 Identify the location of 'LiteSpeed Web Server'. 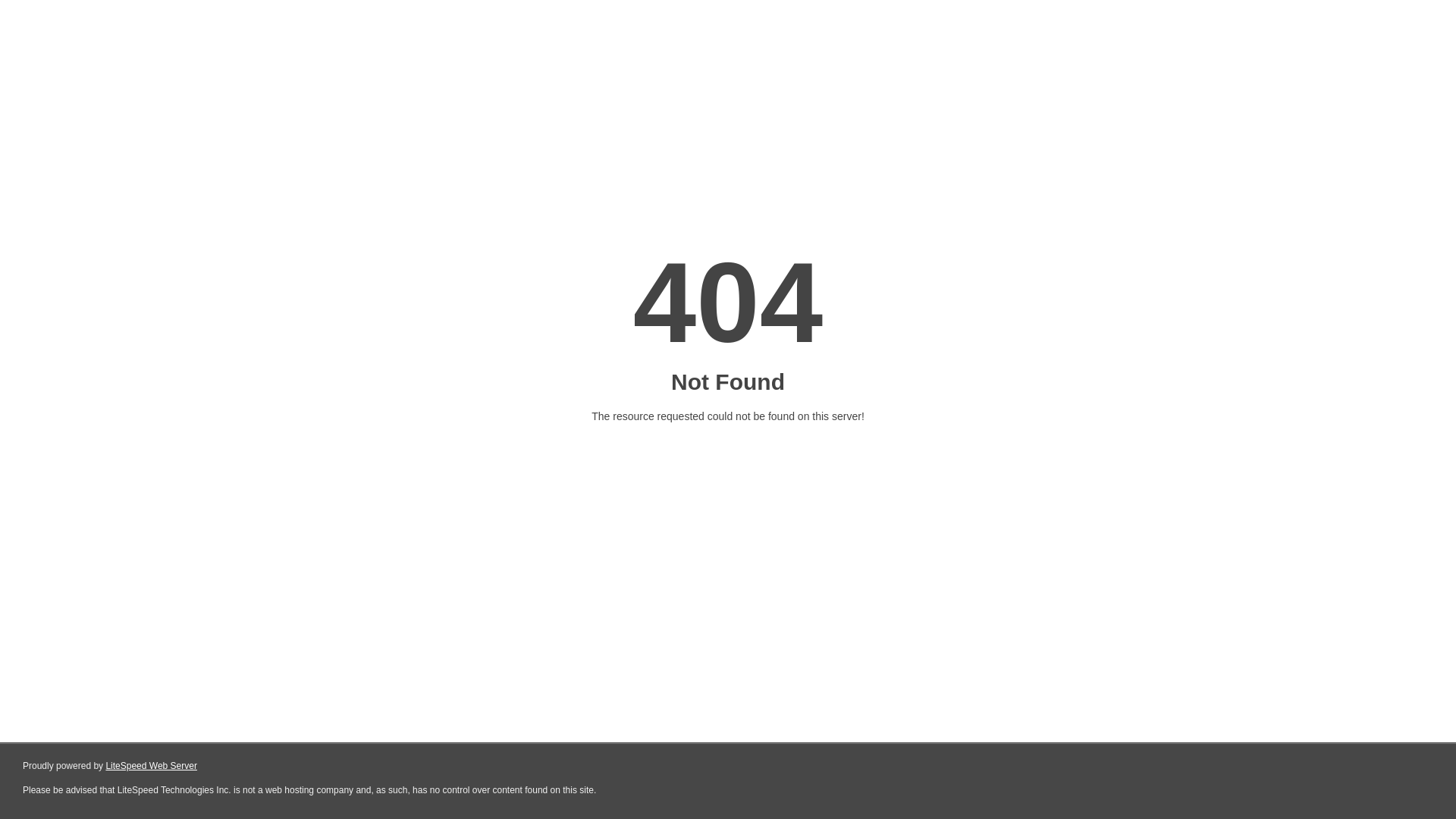
(151, 766).